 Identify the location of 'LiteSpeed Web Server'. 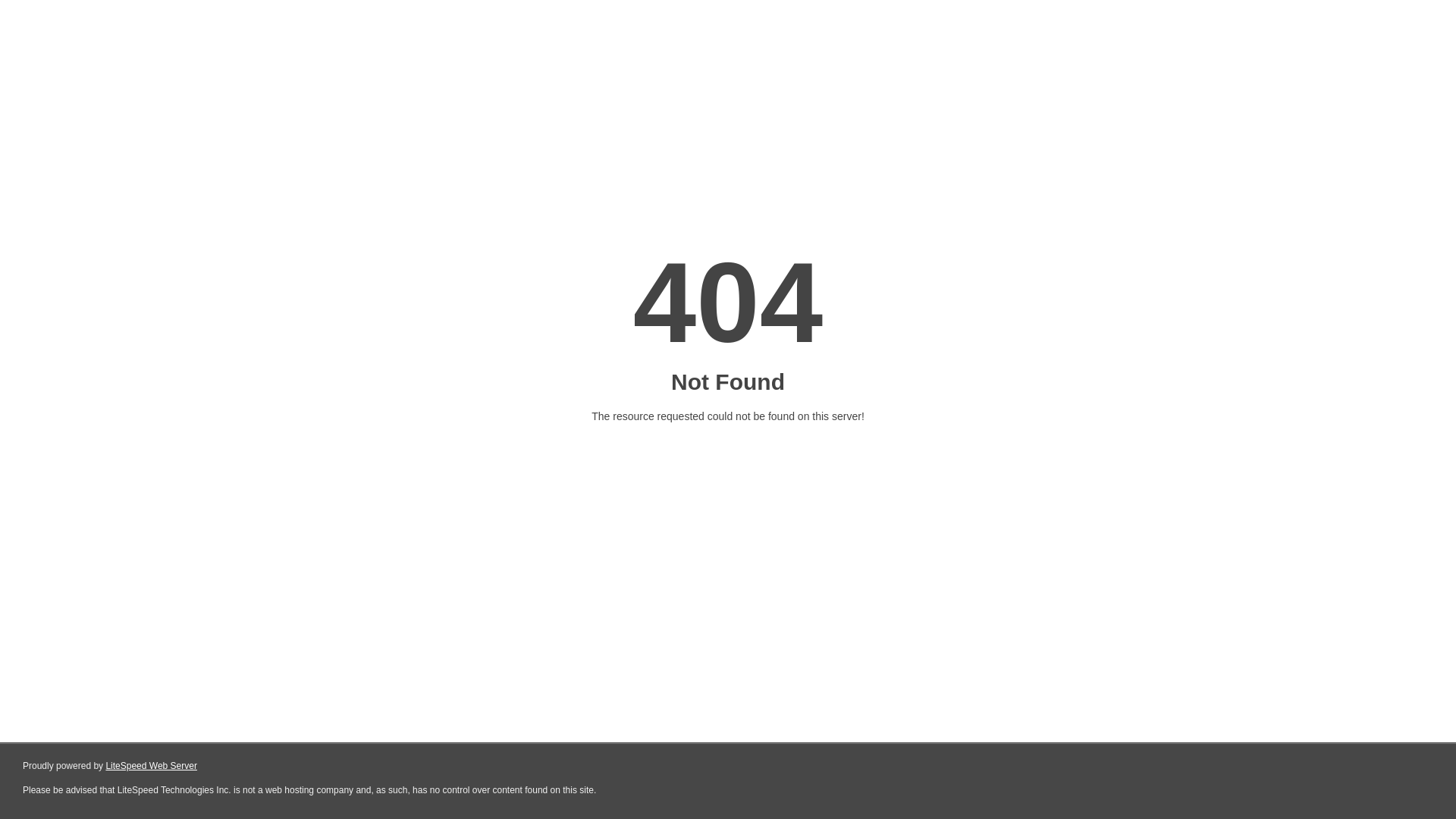
(151, 766).